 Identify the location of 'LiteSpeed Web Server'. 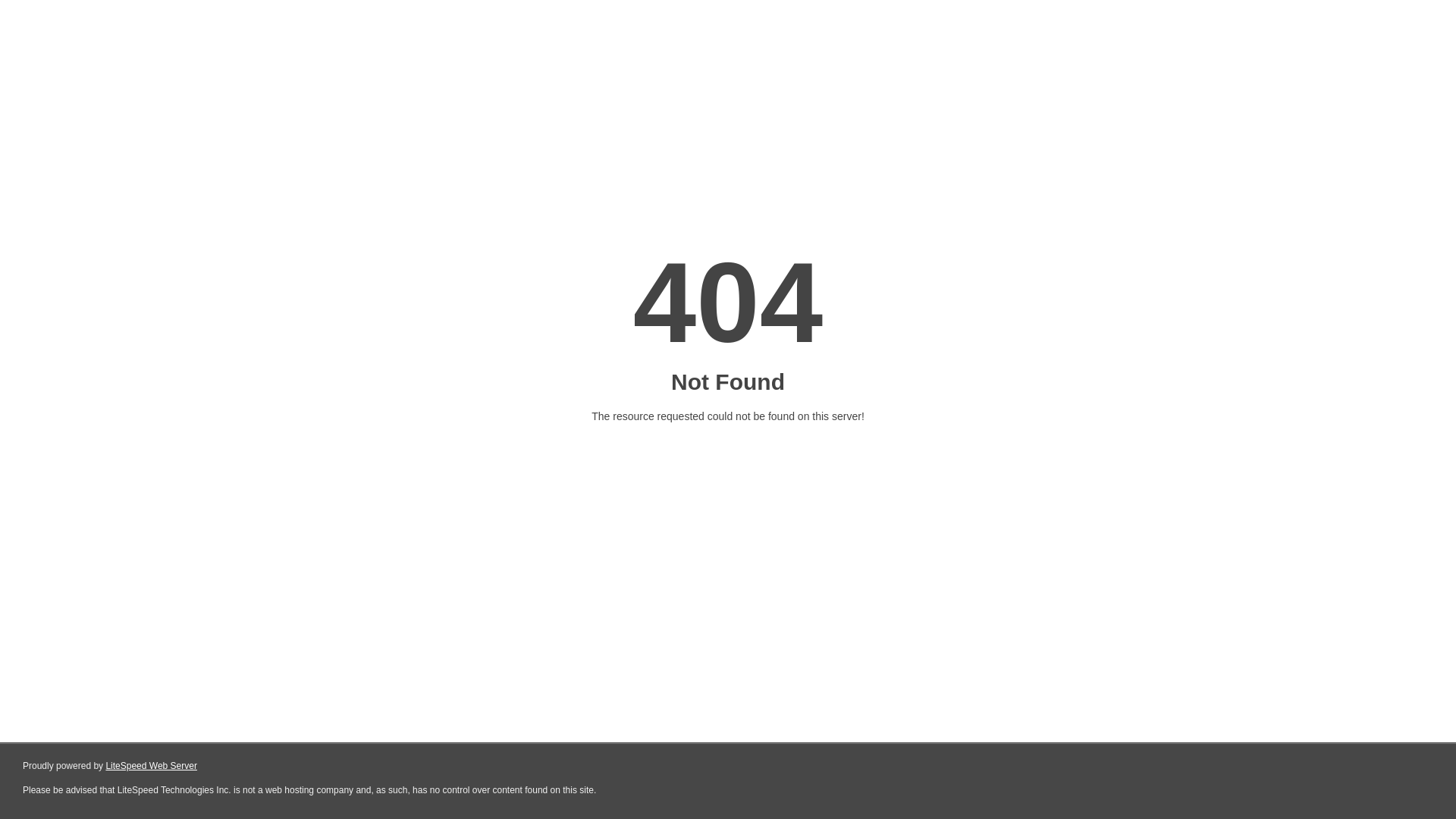
(151, 766).